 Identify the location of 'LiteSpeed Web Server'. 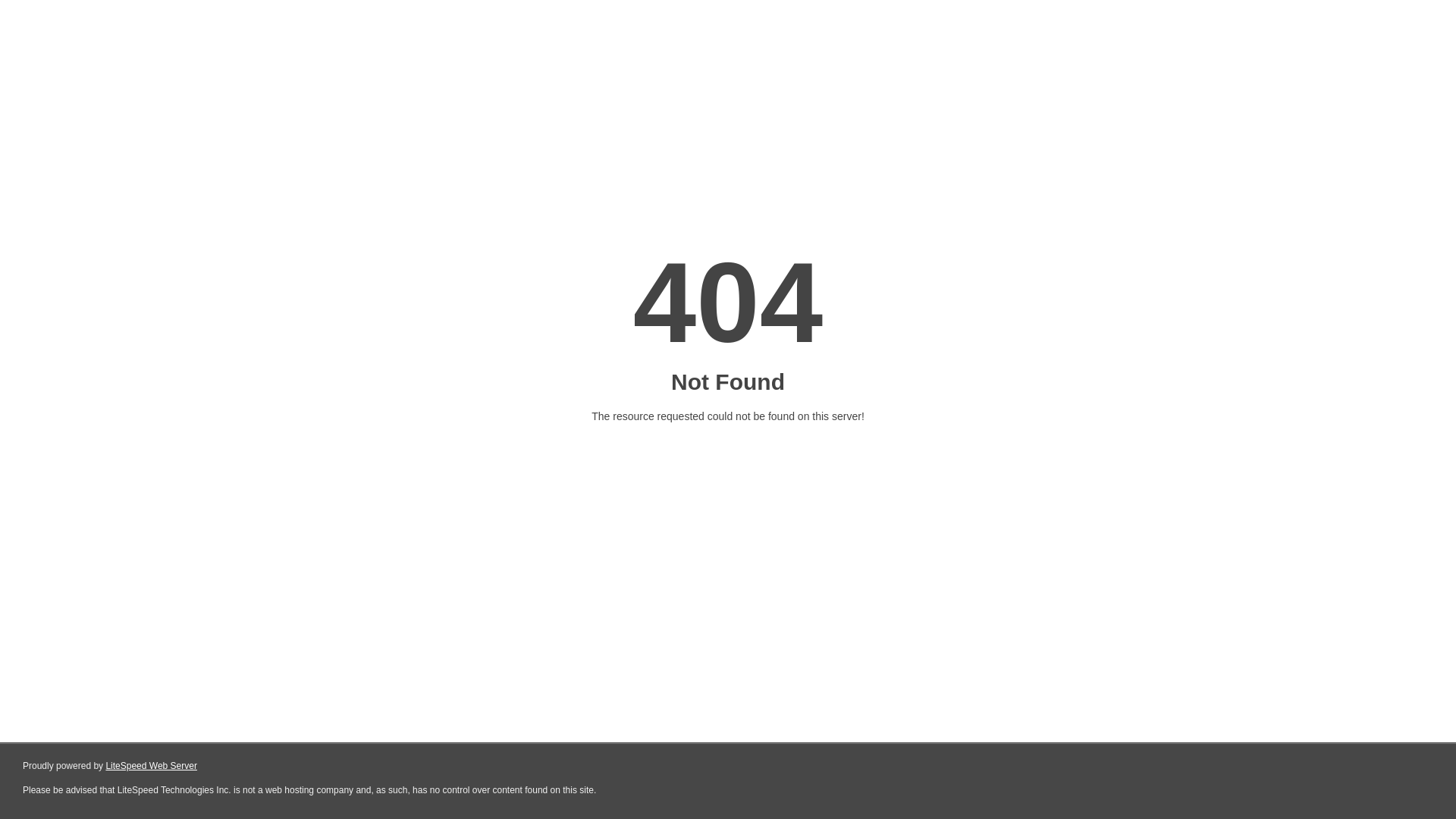
(151, 766).